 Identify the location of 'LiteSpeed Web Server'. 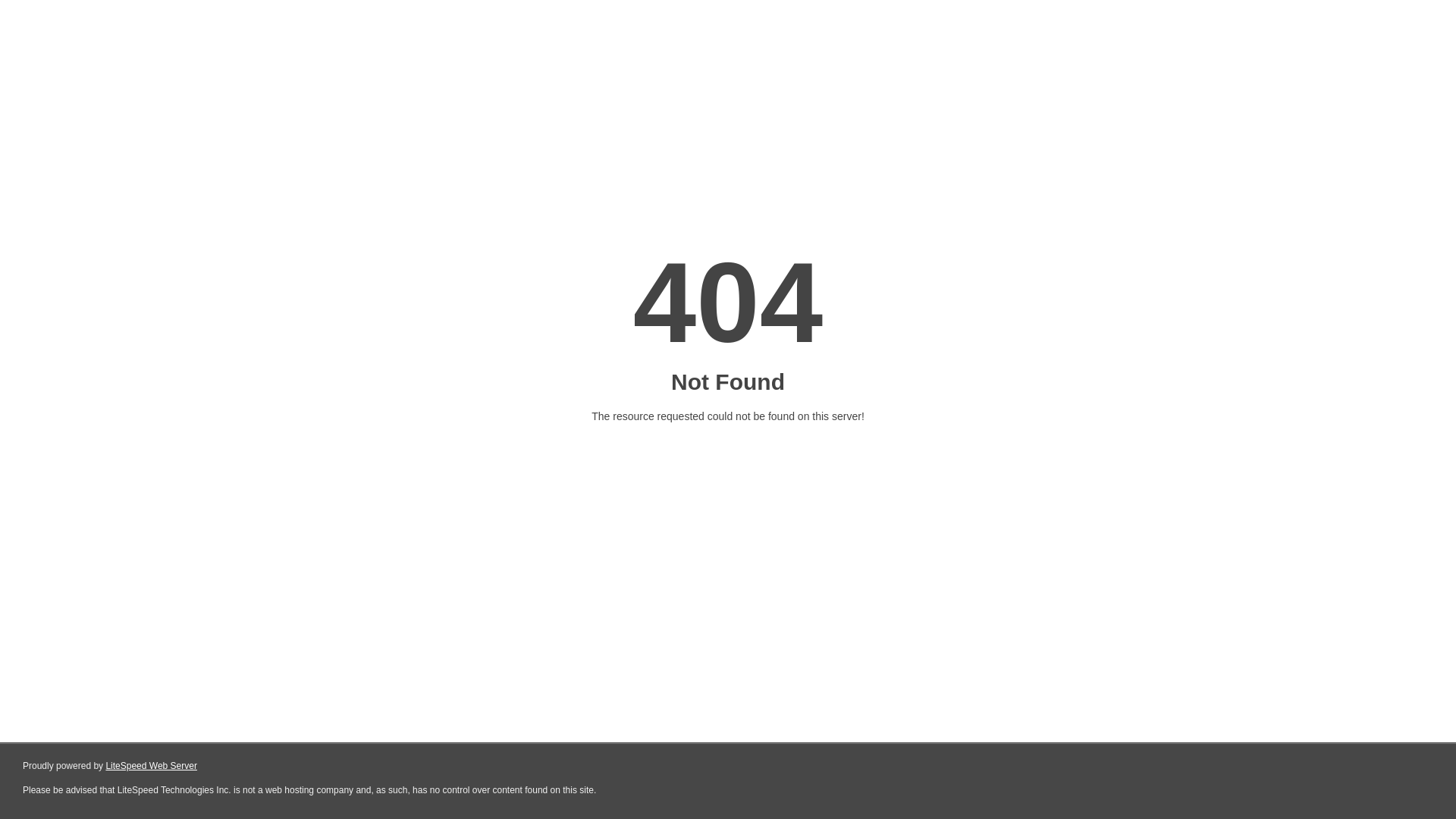
(151, 766).